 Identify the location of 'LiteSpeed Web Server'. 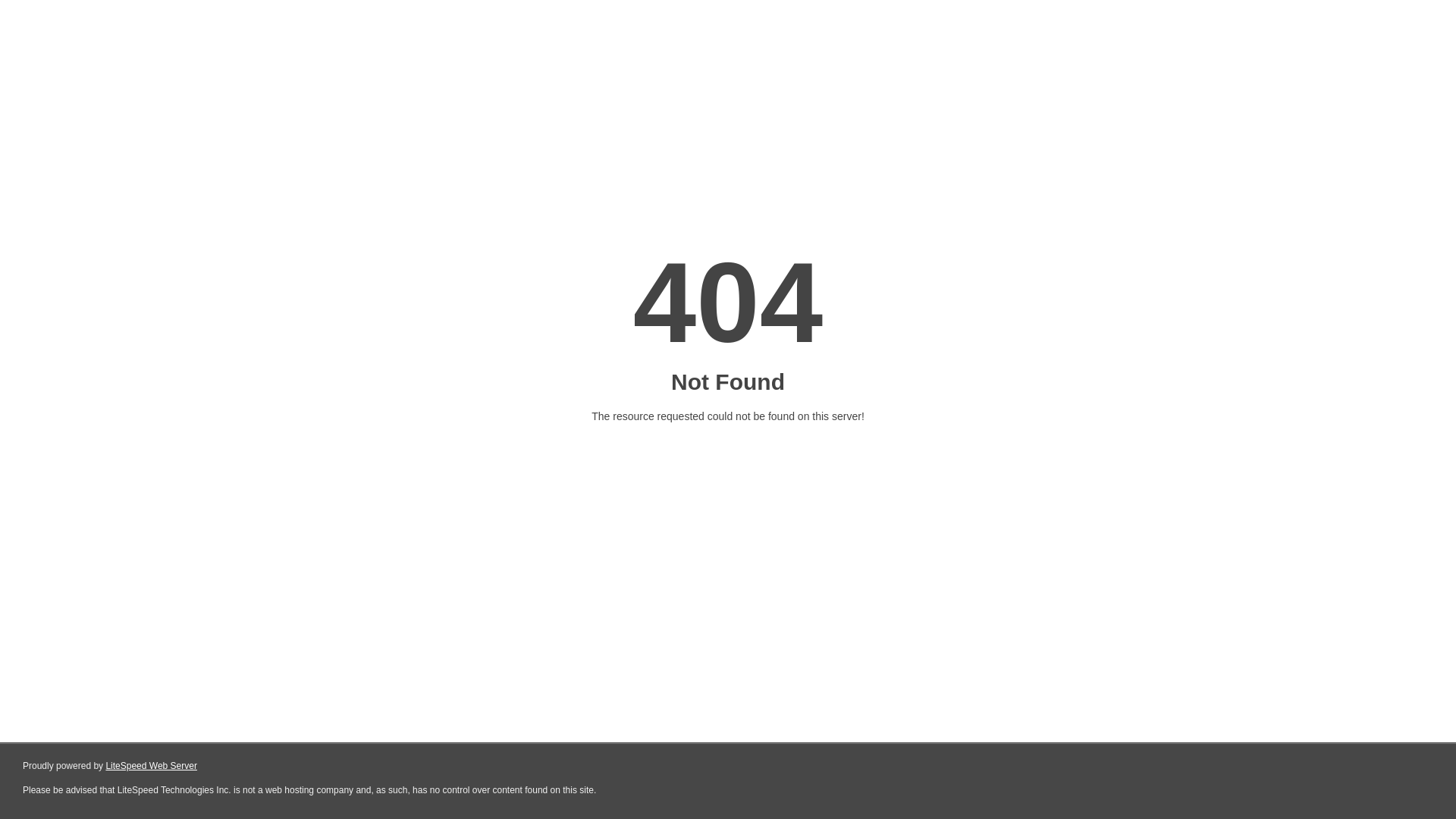
(151, 766).